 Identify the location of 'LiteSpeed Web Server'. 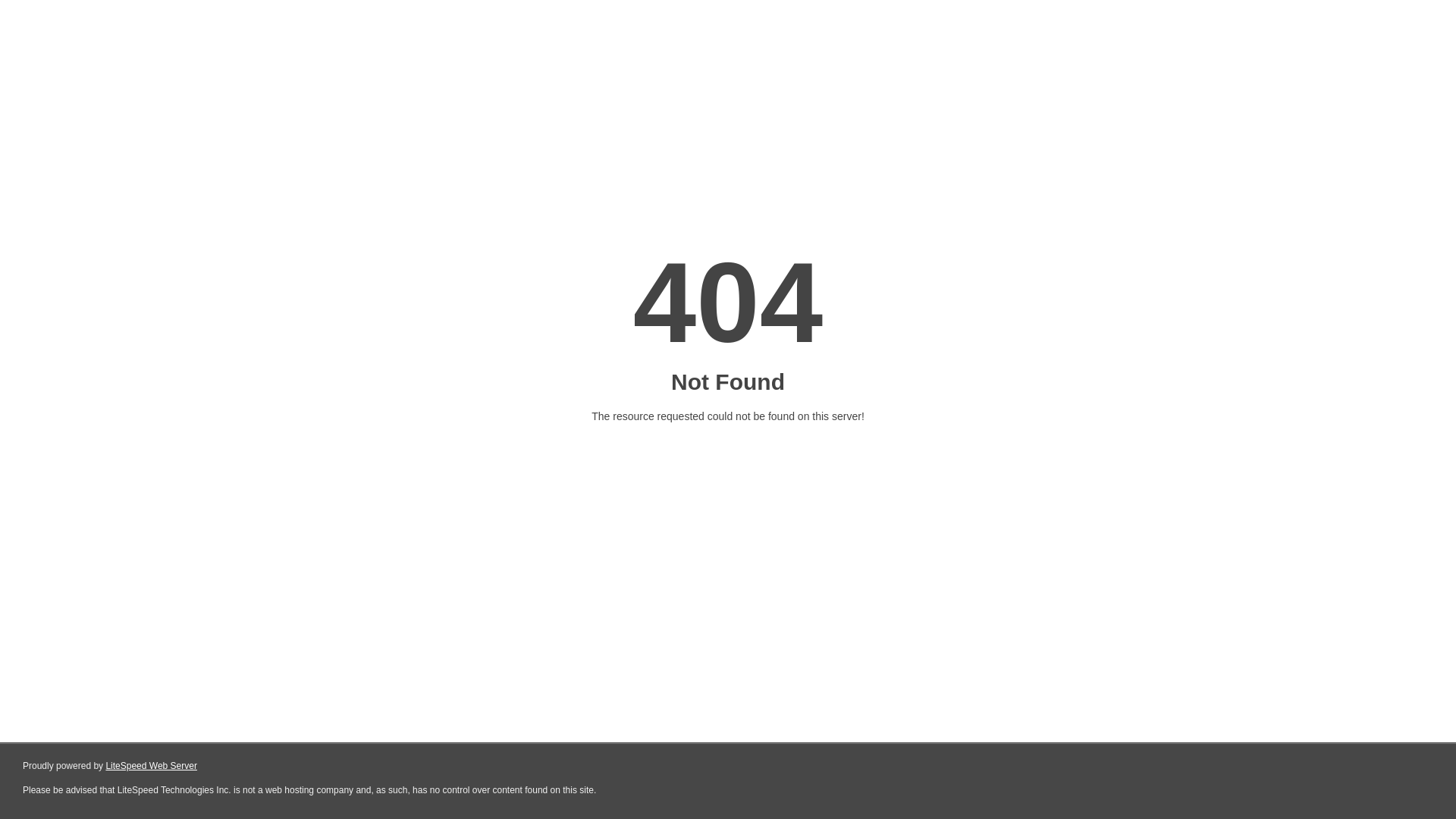
(151, 766).